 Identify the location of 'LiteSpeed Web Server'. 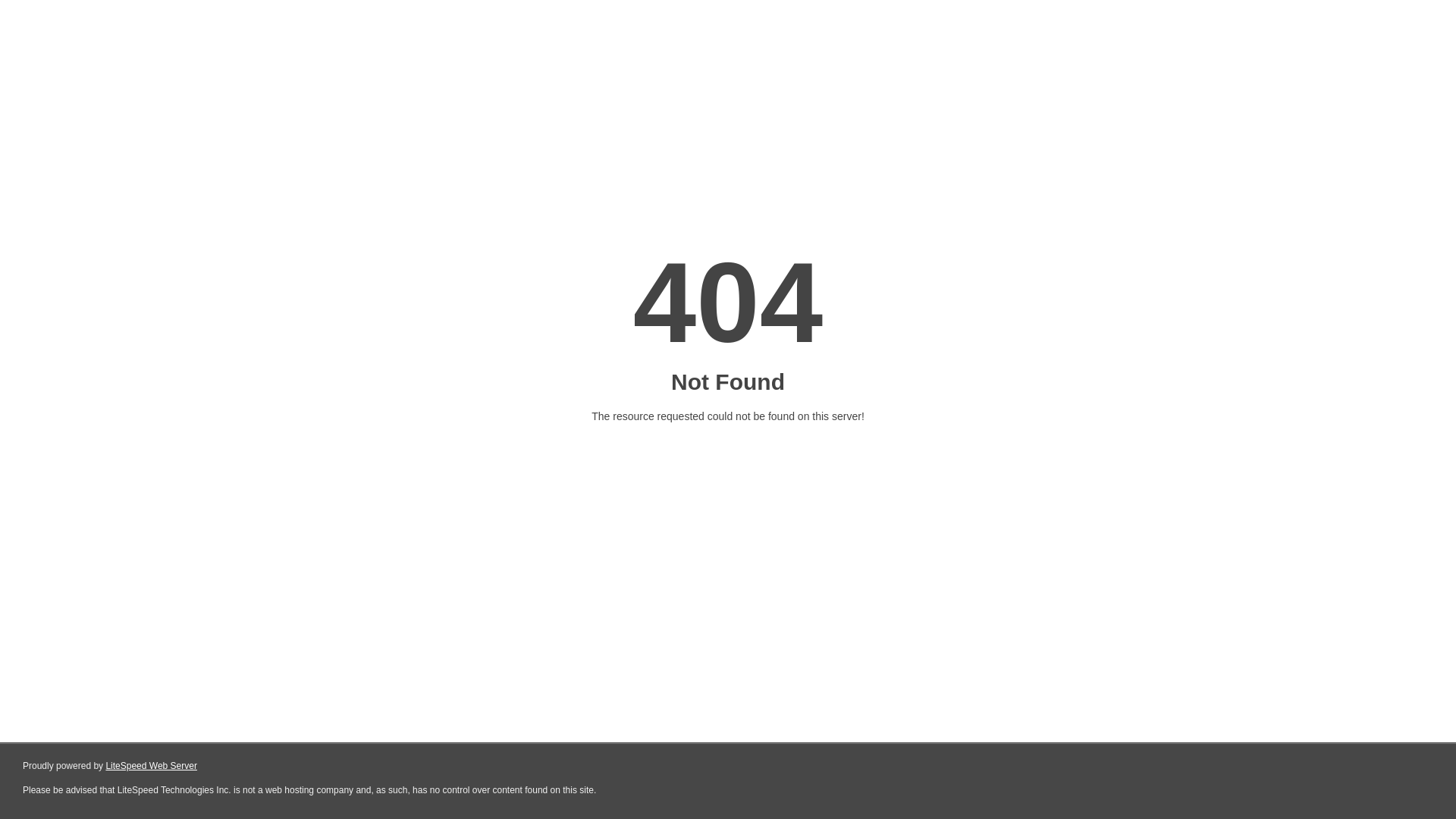
(151, 766).